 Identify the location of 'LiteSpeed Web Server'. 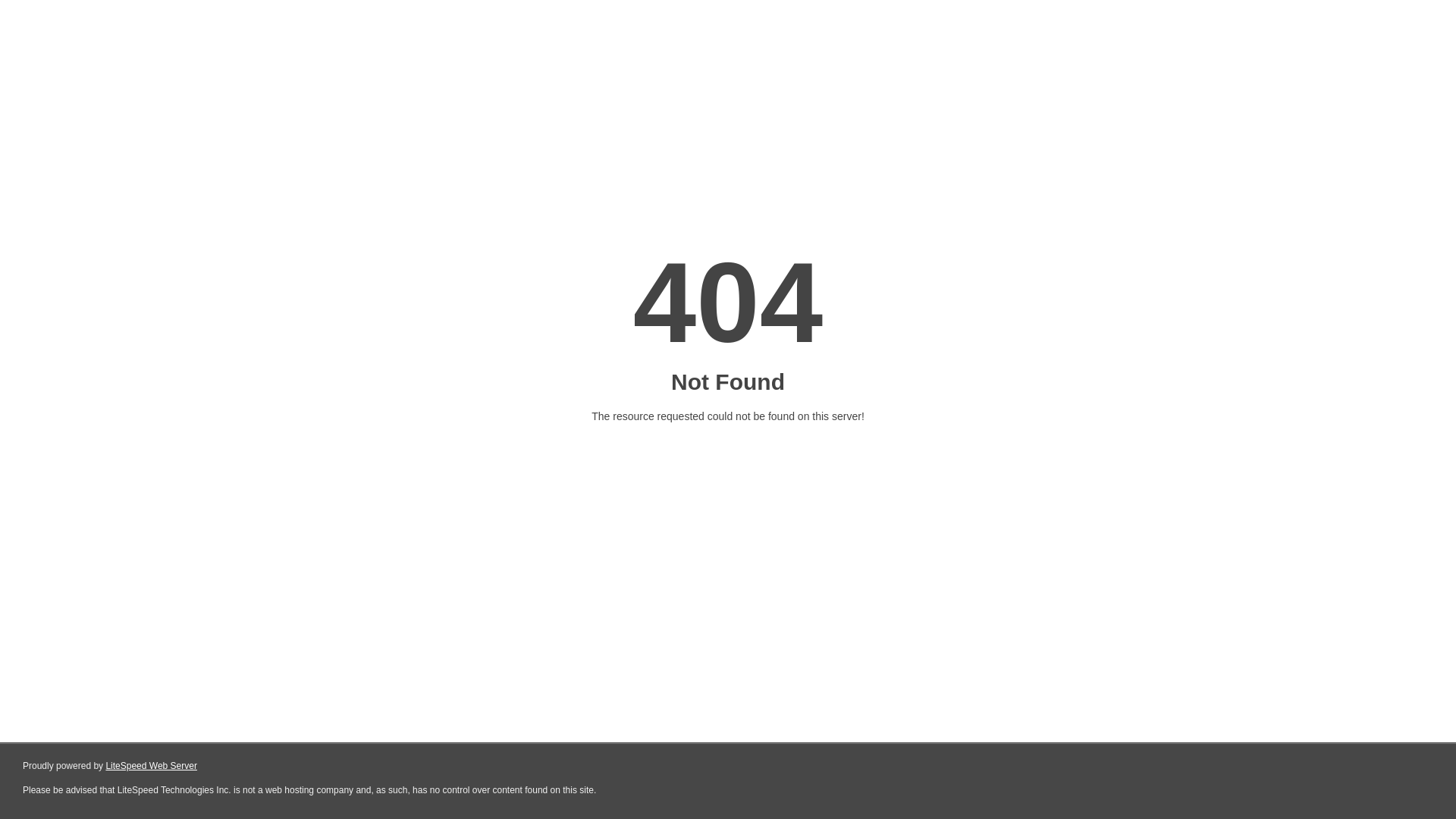
(151, 766).